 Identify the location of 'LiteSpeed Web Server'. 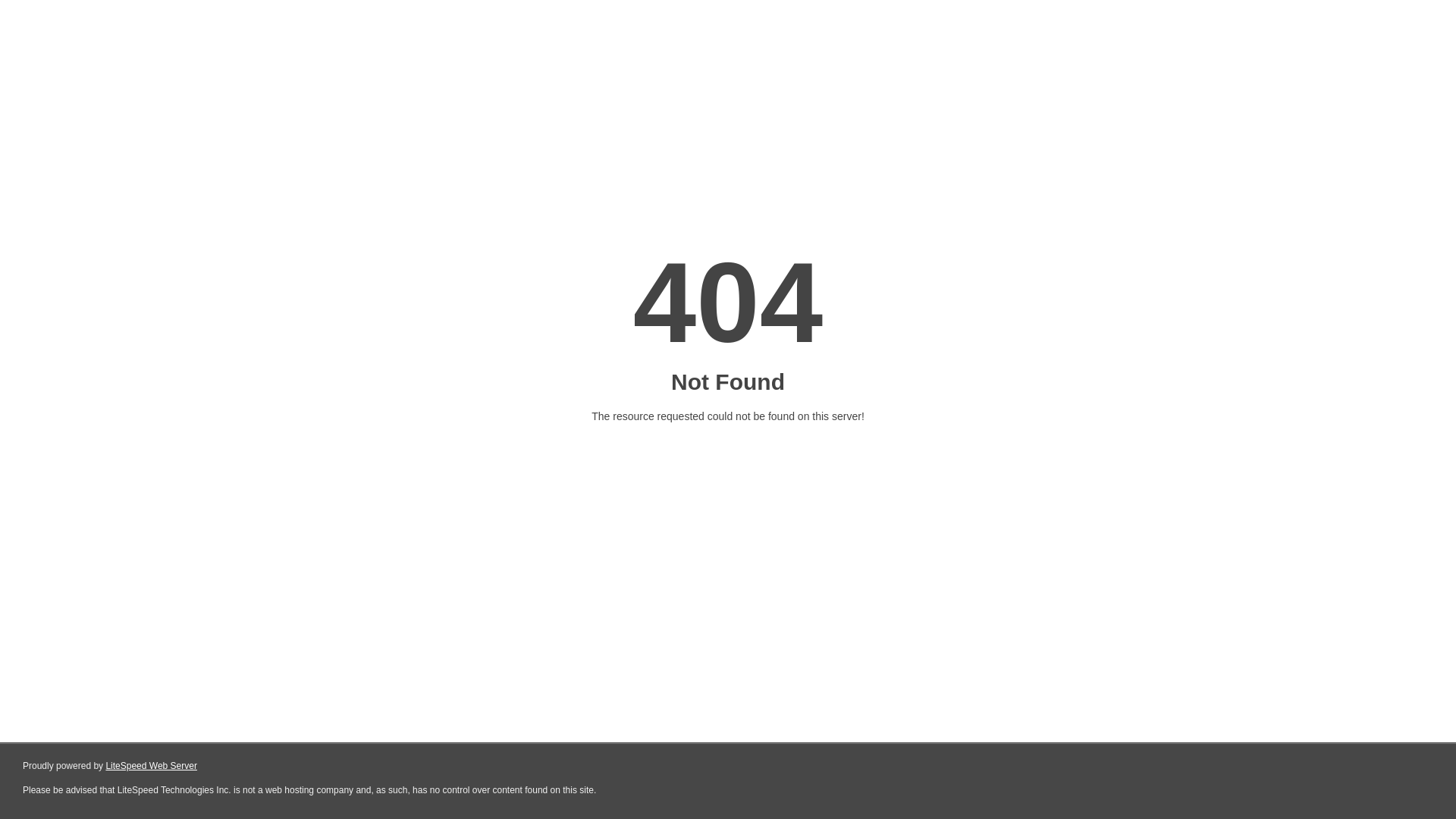
(151, 766).